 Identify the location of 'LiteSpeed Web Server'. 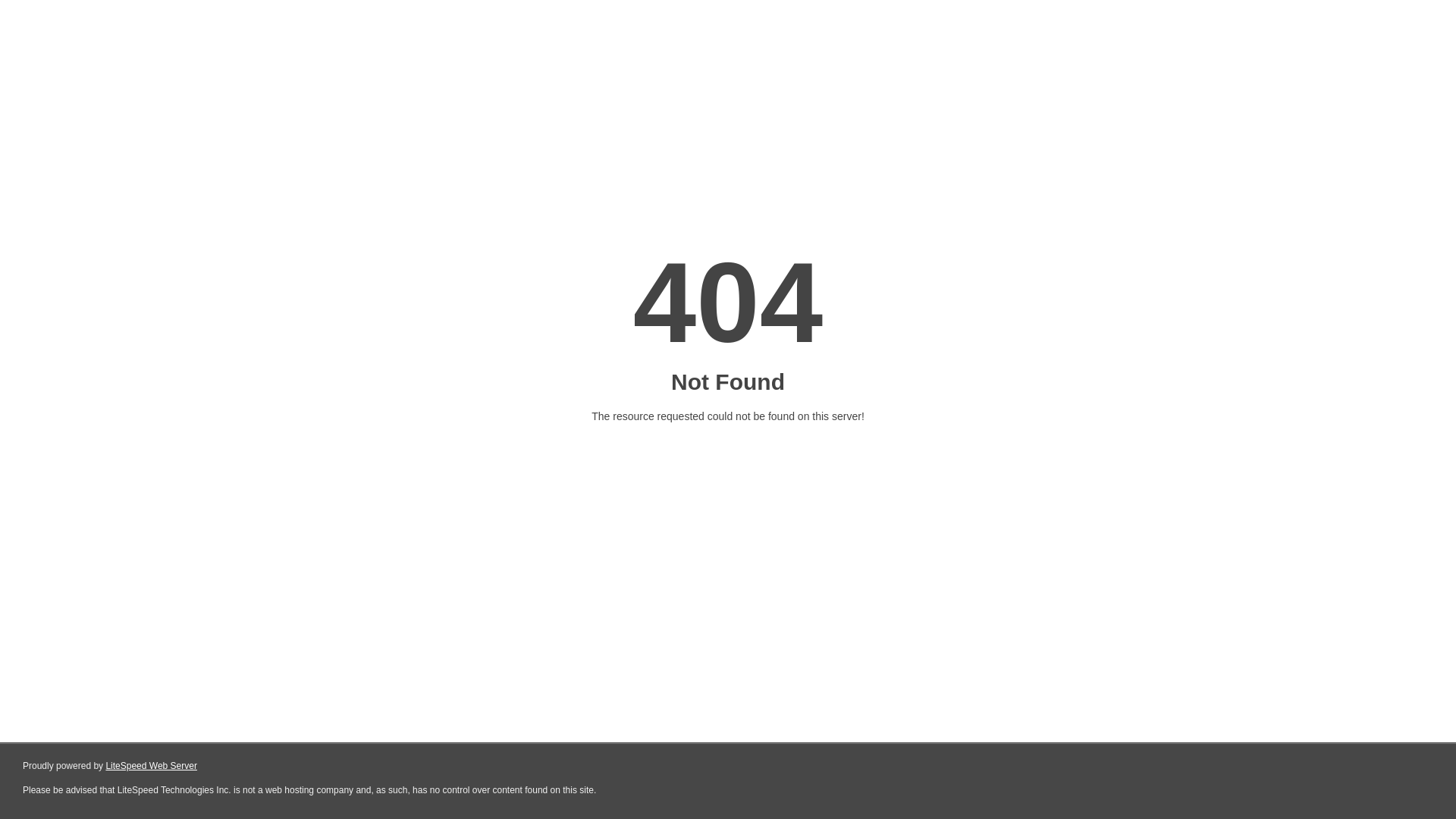
(151, 766).